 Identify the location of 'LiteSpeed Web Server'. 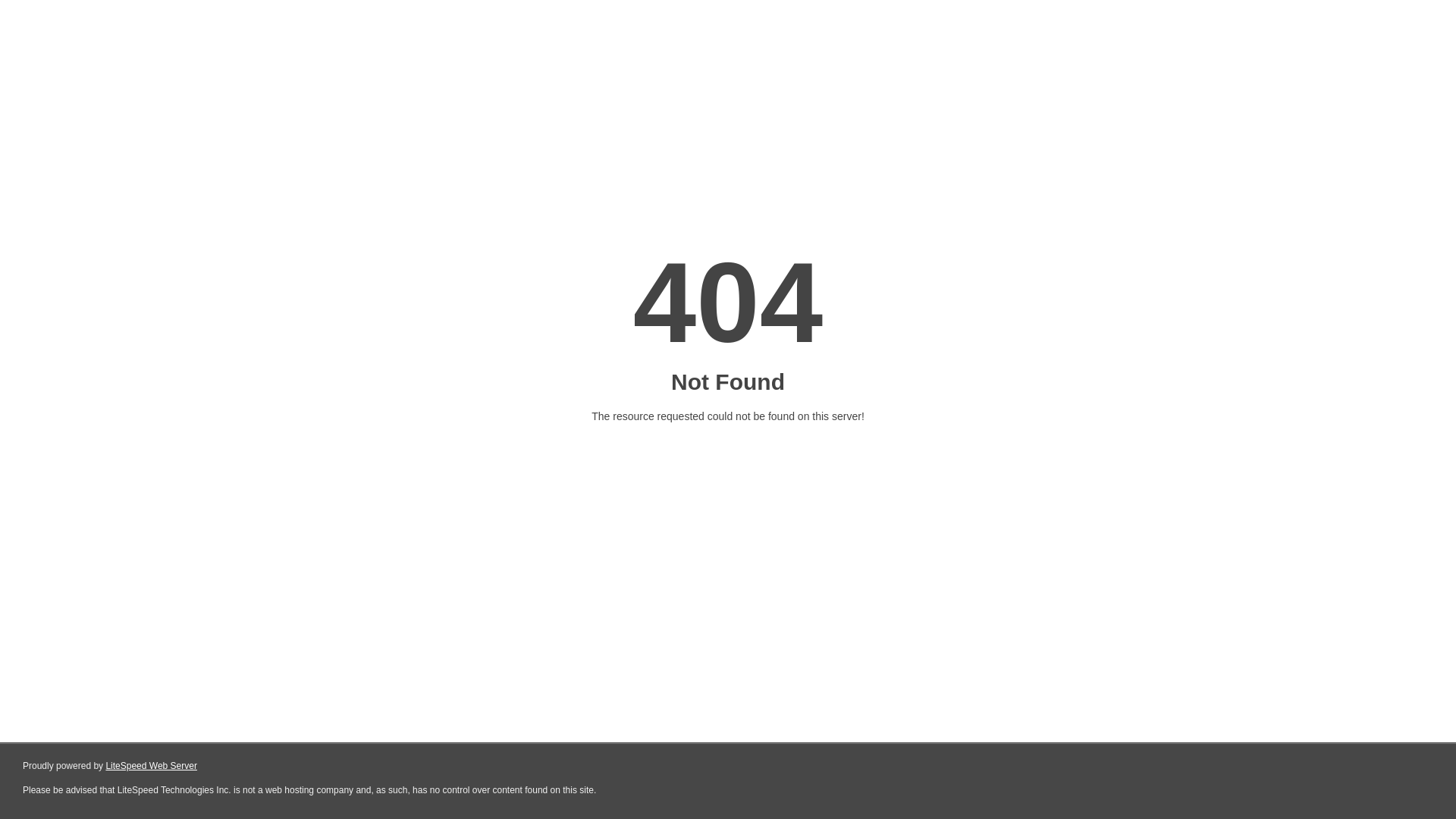
(151, 766).